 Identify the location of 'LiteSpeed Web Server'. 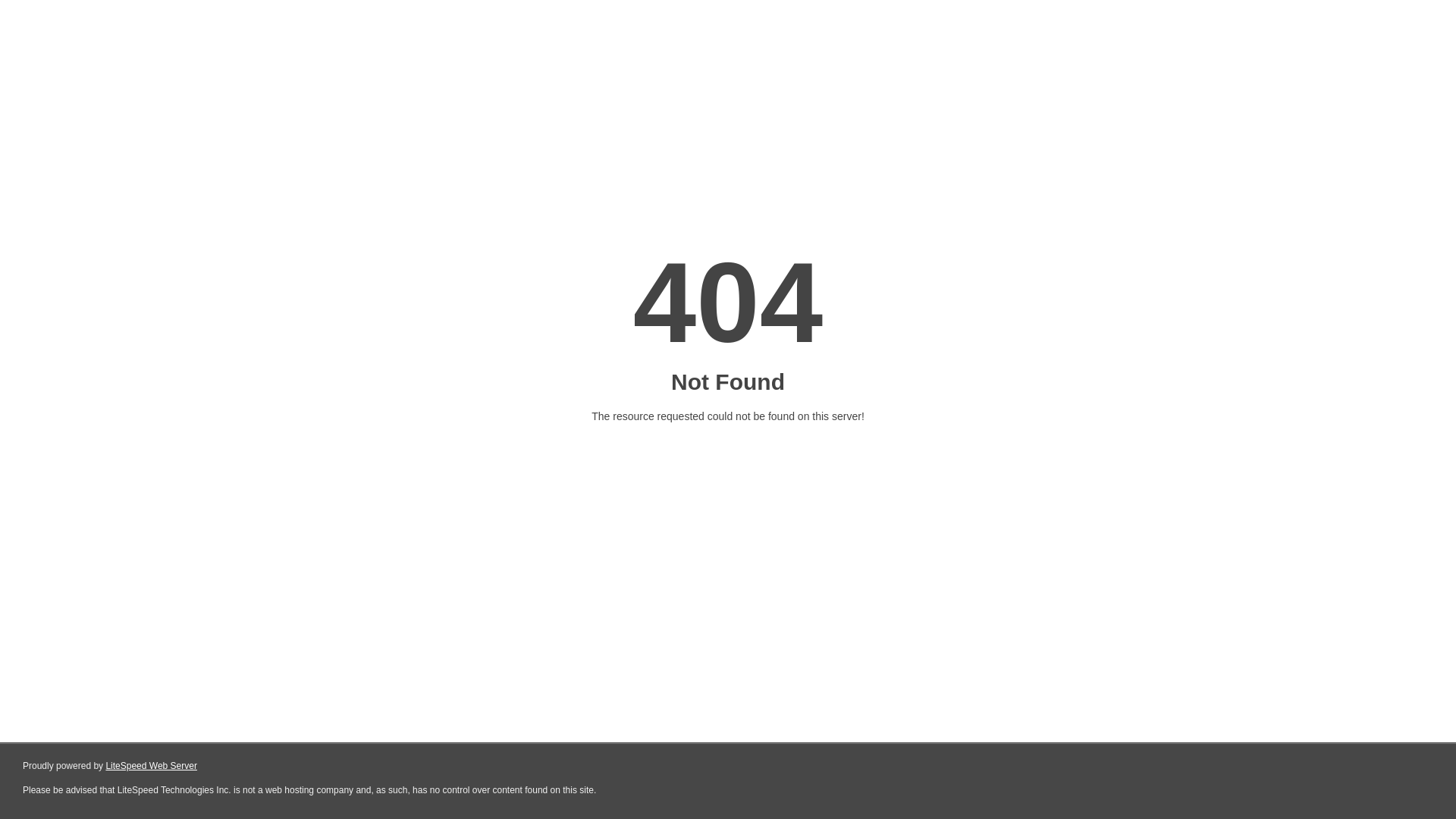
(151, 766).